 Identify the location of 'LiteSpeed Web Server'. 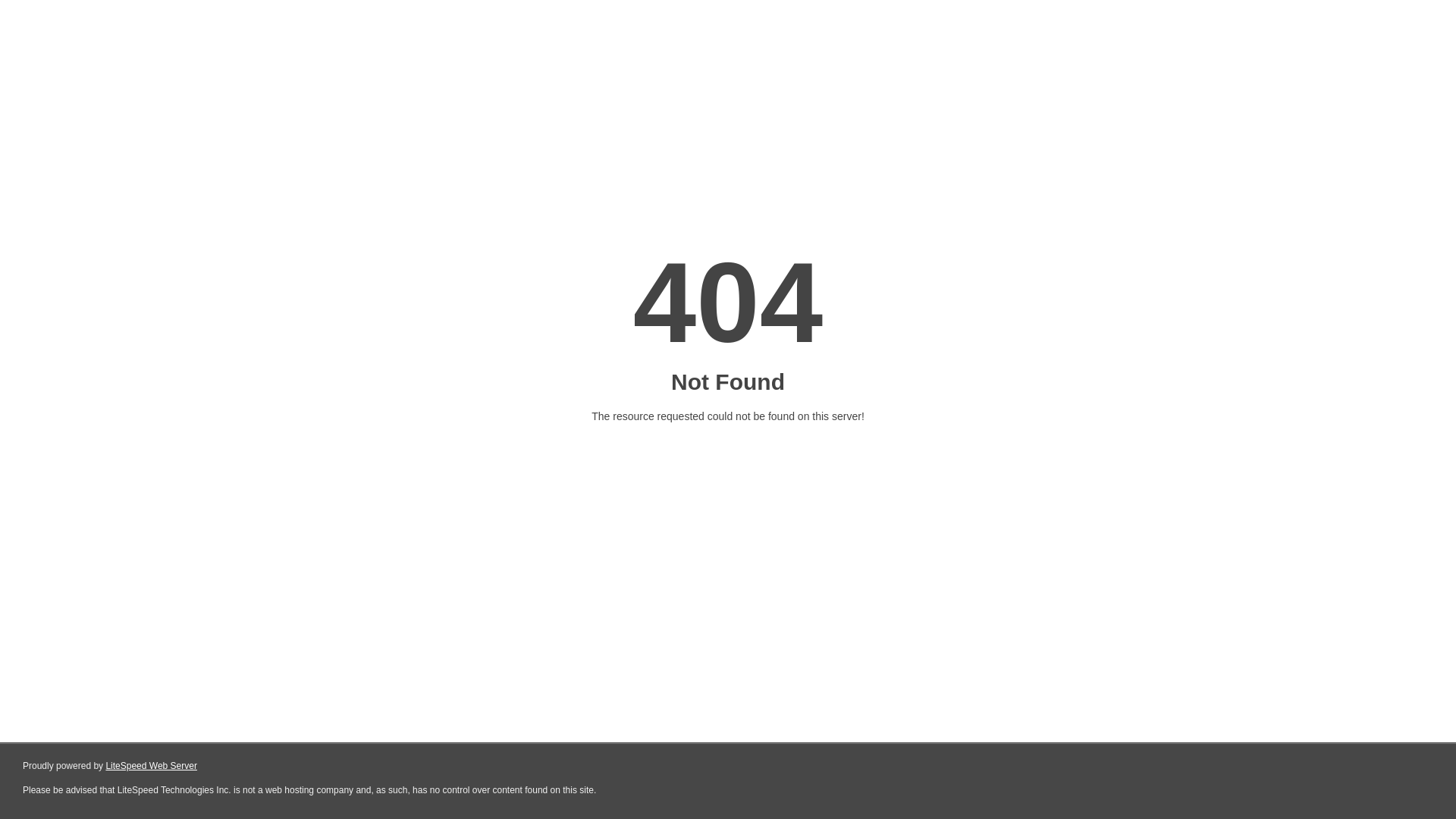
(151, 766).